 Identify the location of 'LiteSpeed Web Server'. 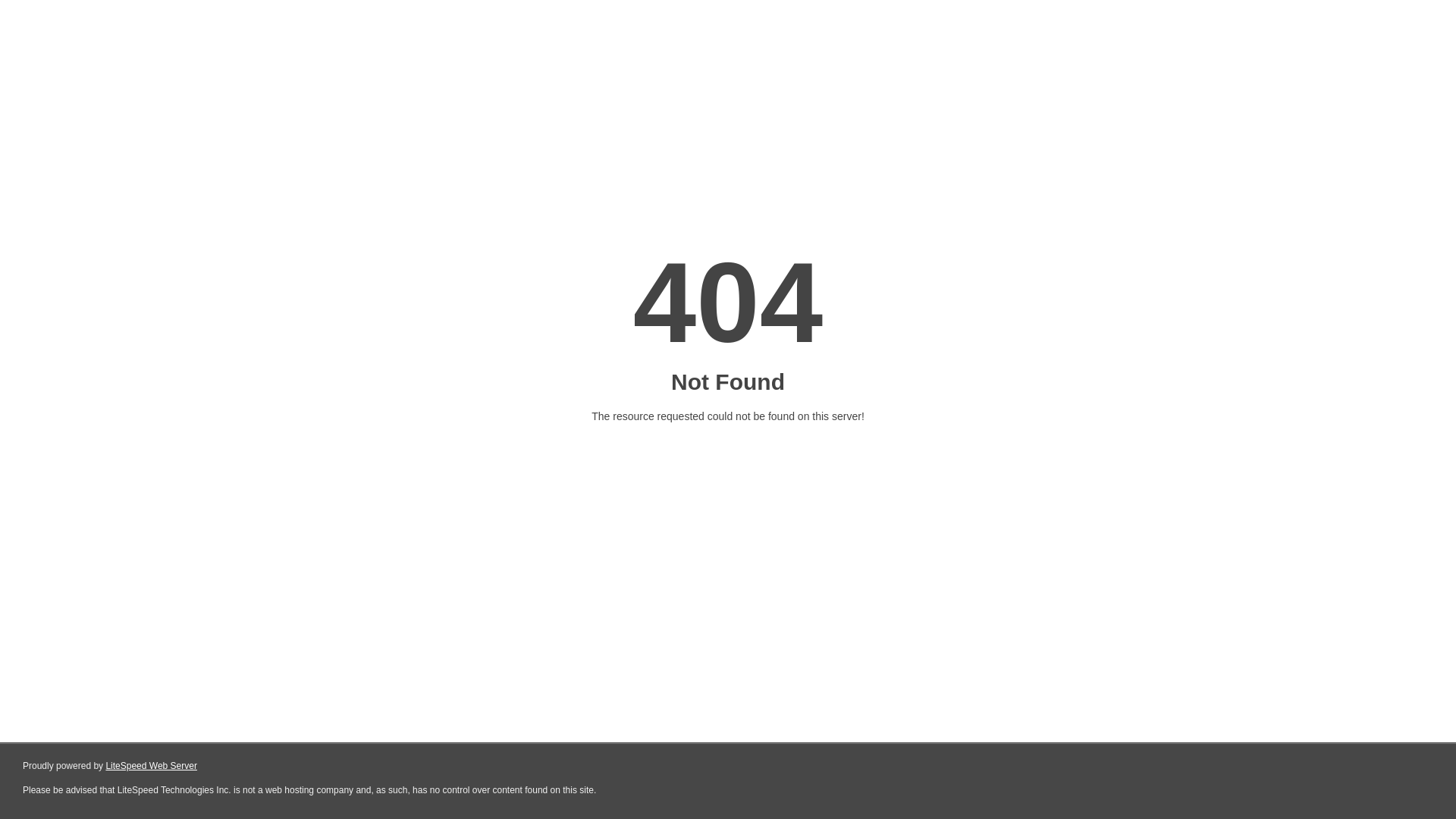
(151, 766).